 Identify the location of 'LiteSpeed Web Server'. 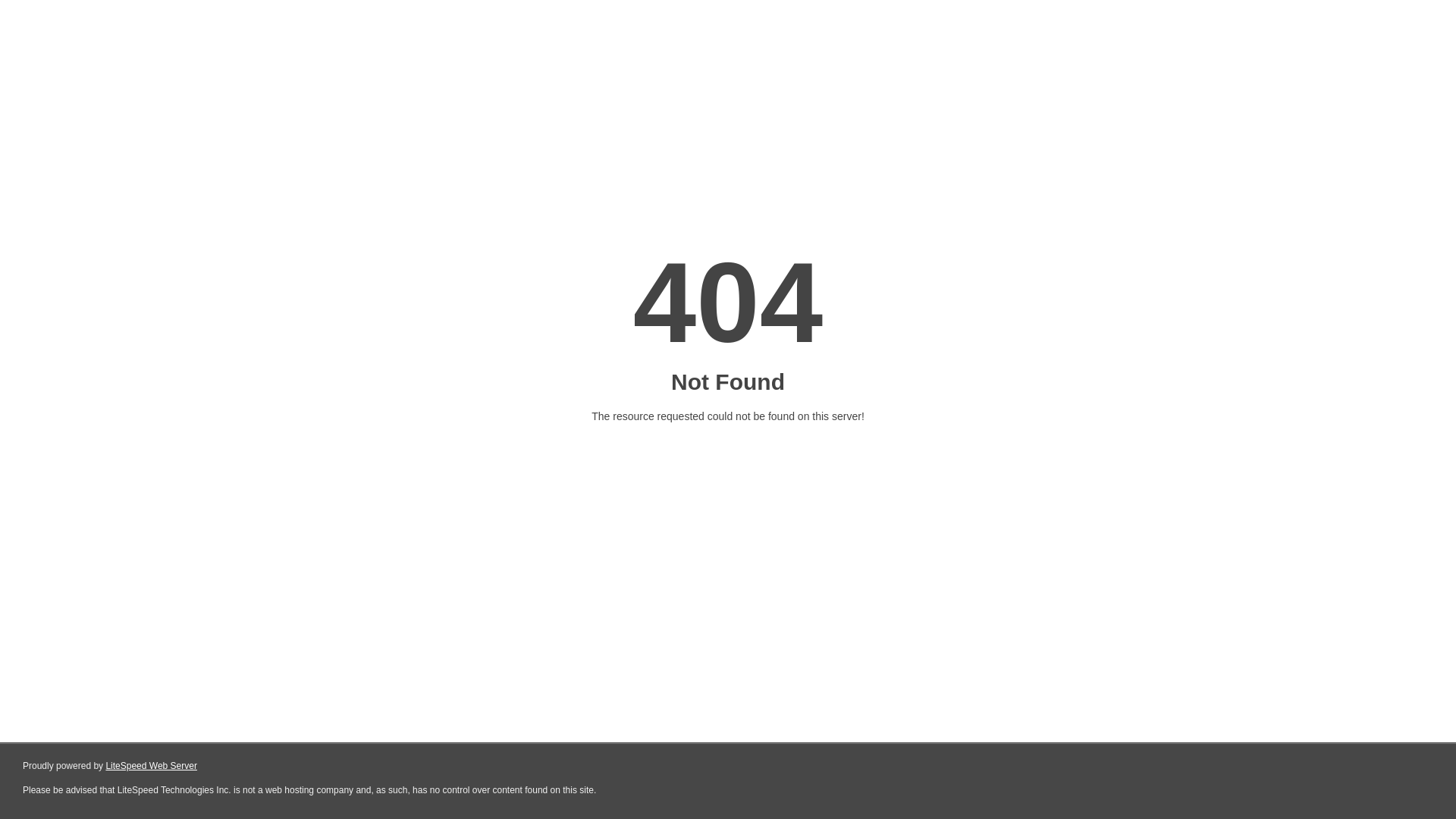
(151, 766).